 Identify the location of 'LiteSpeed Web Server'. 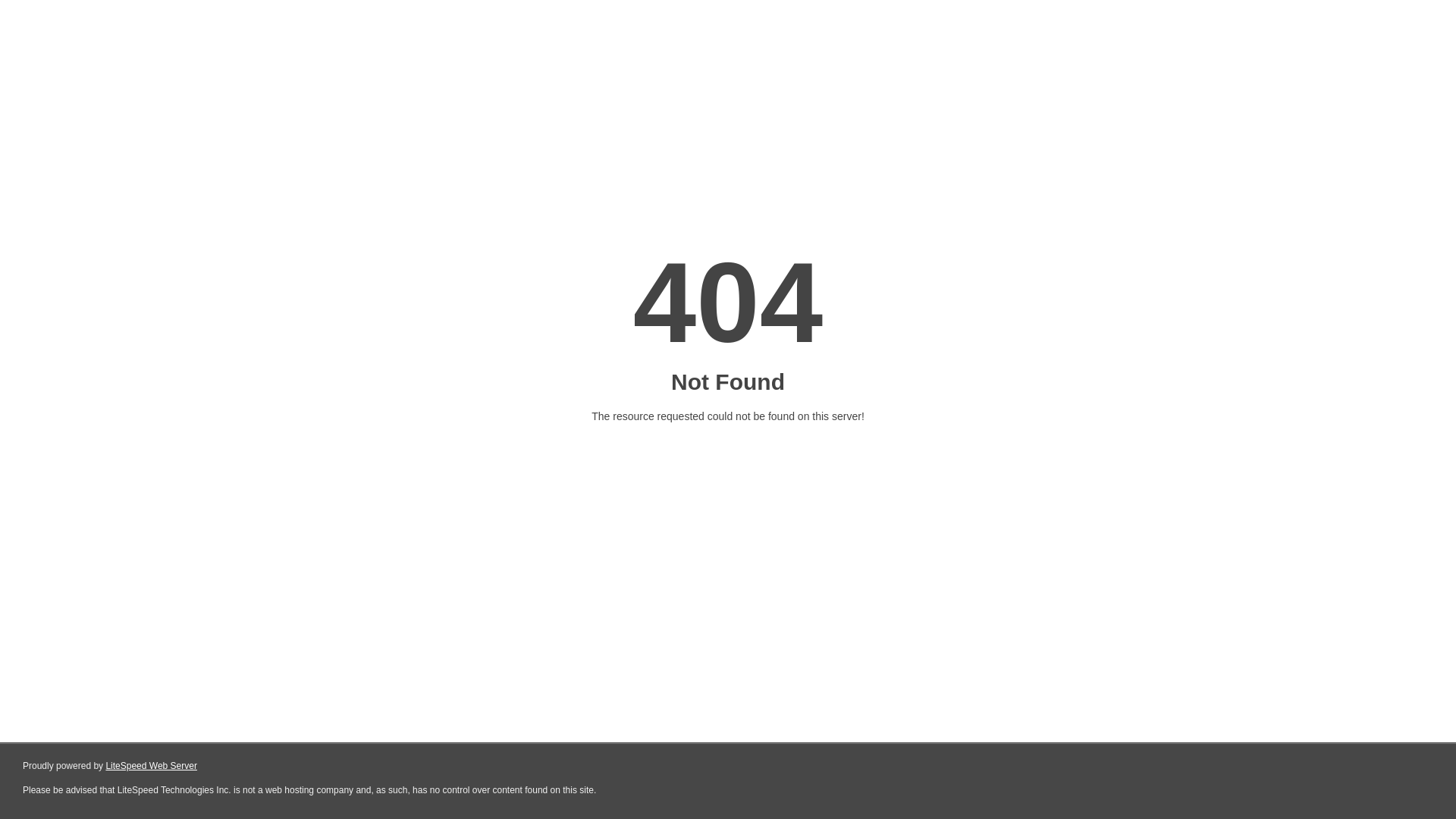
(151, 766).